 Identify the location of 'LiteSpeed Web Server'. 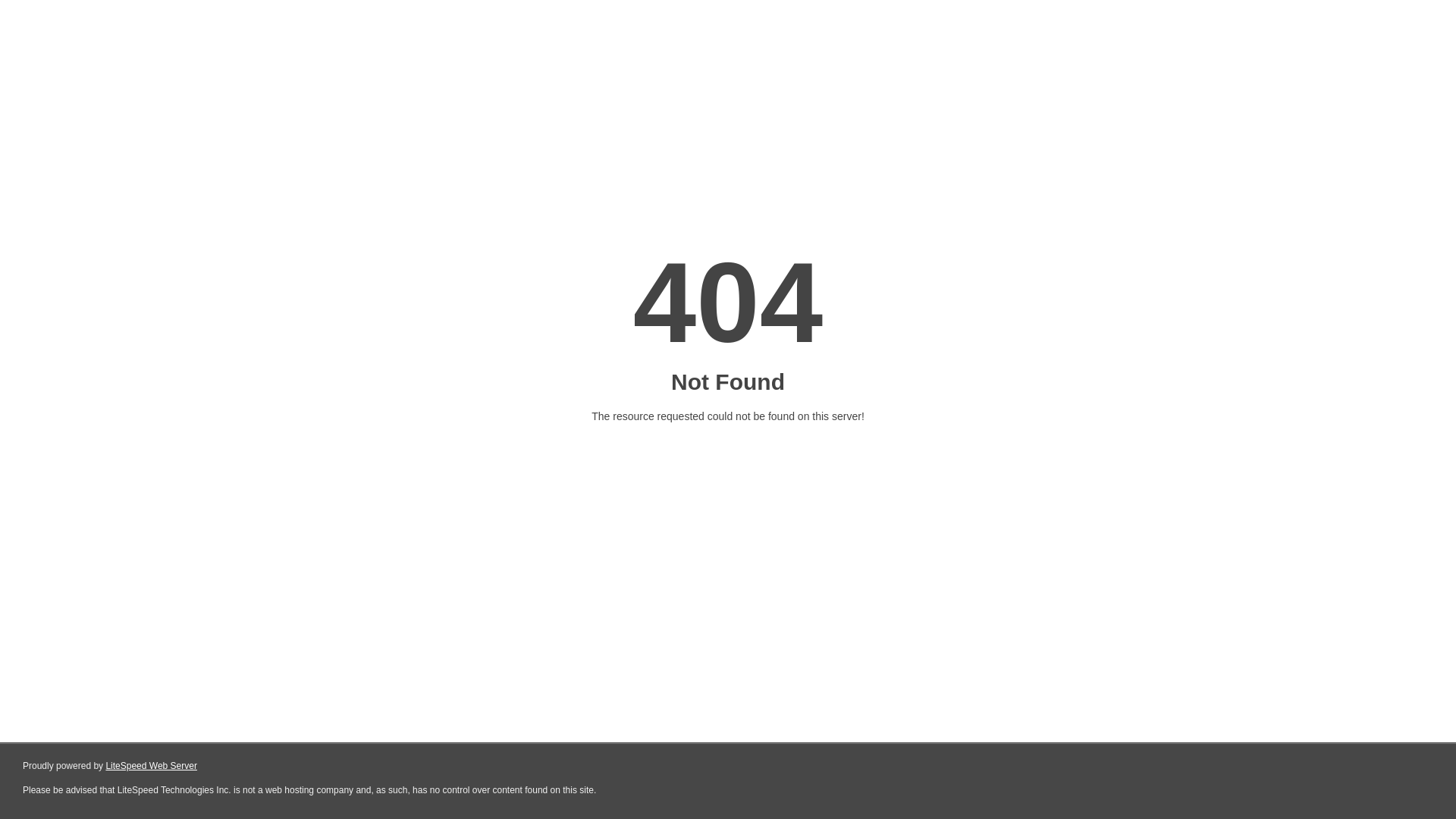
(151, 766).